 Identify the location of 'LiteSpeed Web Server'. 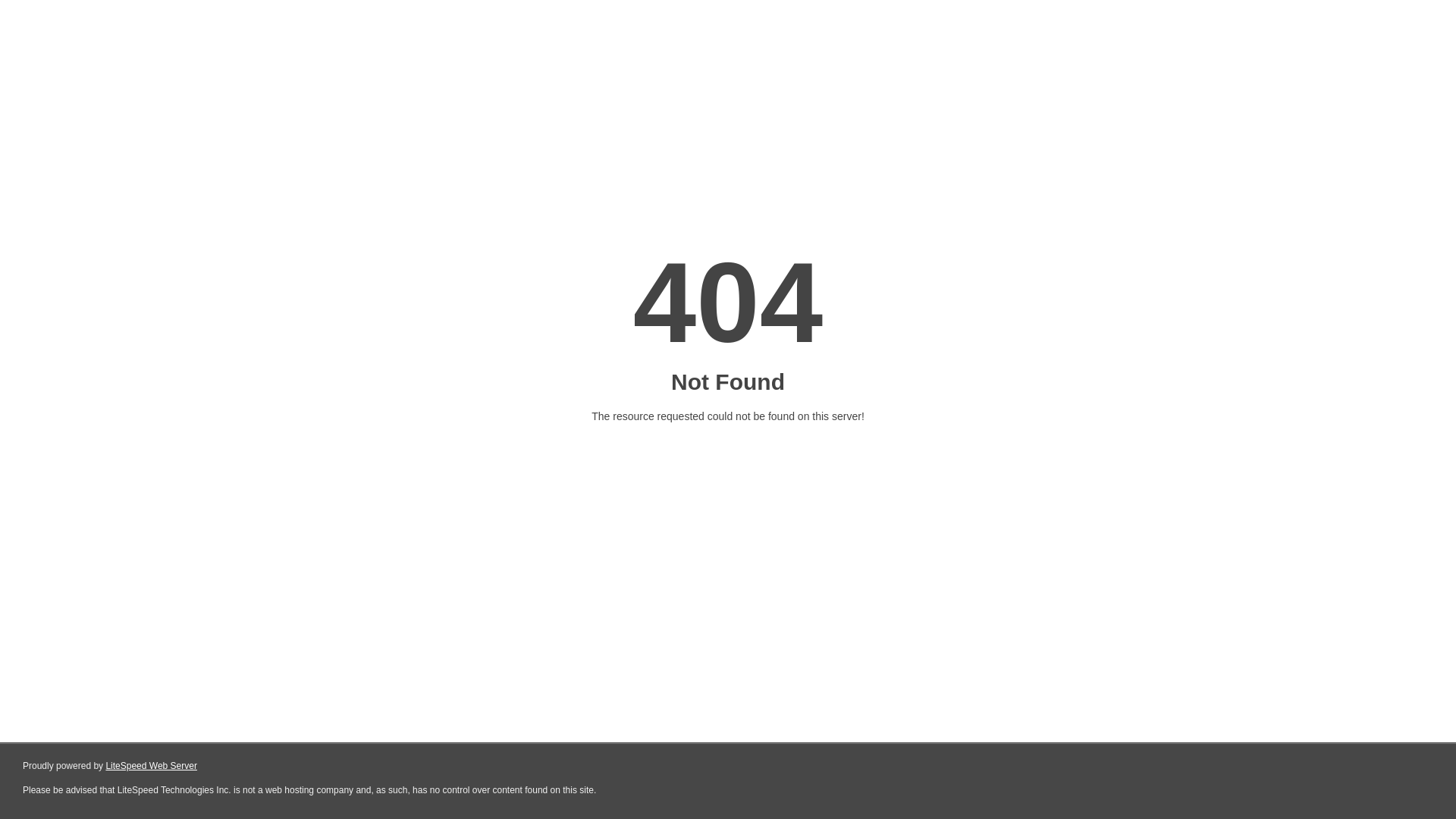
(151, 766).